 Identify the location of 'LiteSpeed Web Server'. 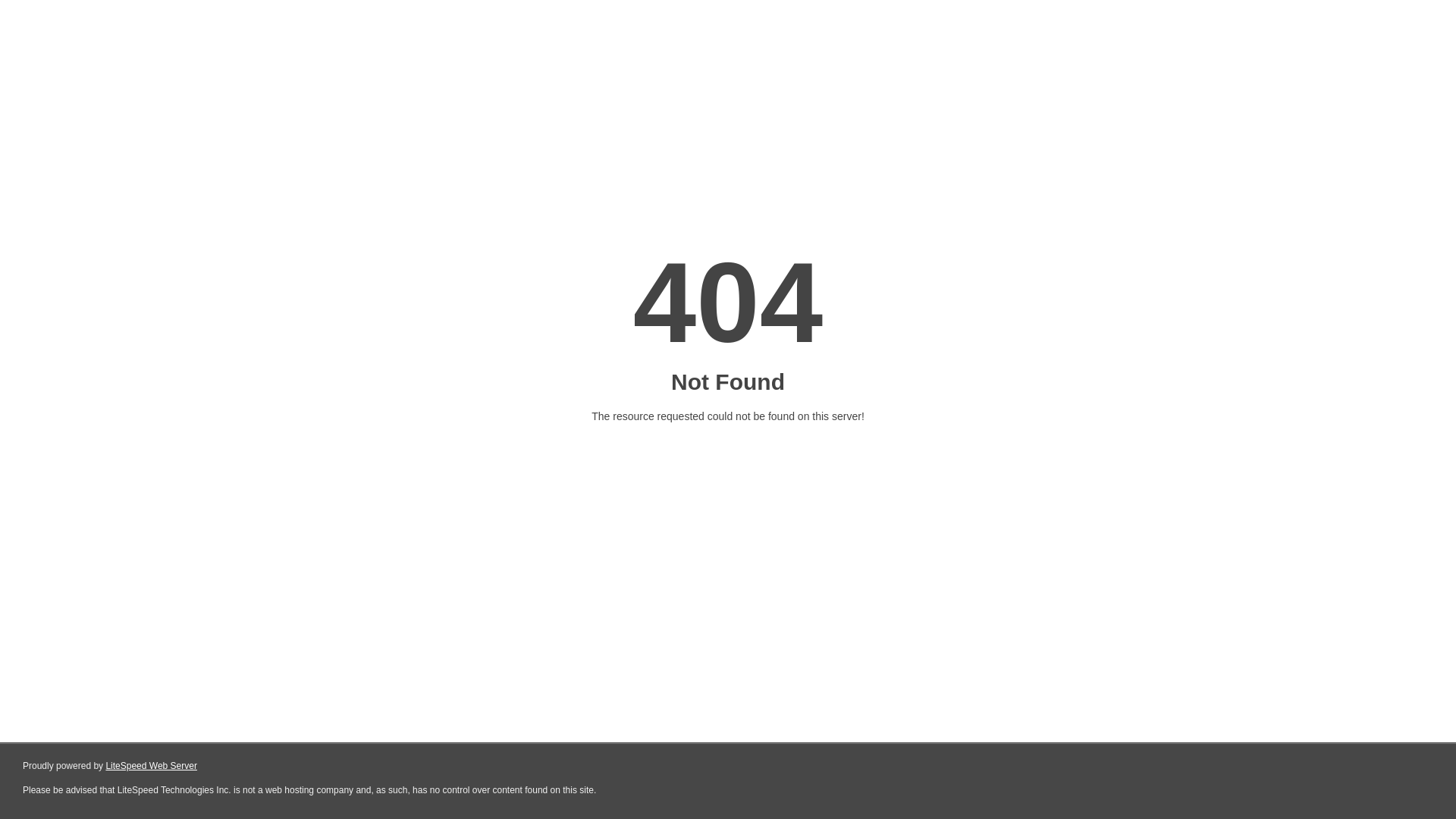
(151, 766).